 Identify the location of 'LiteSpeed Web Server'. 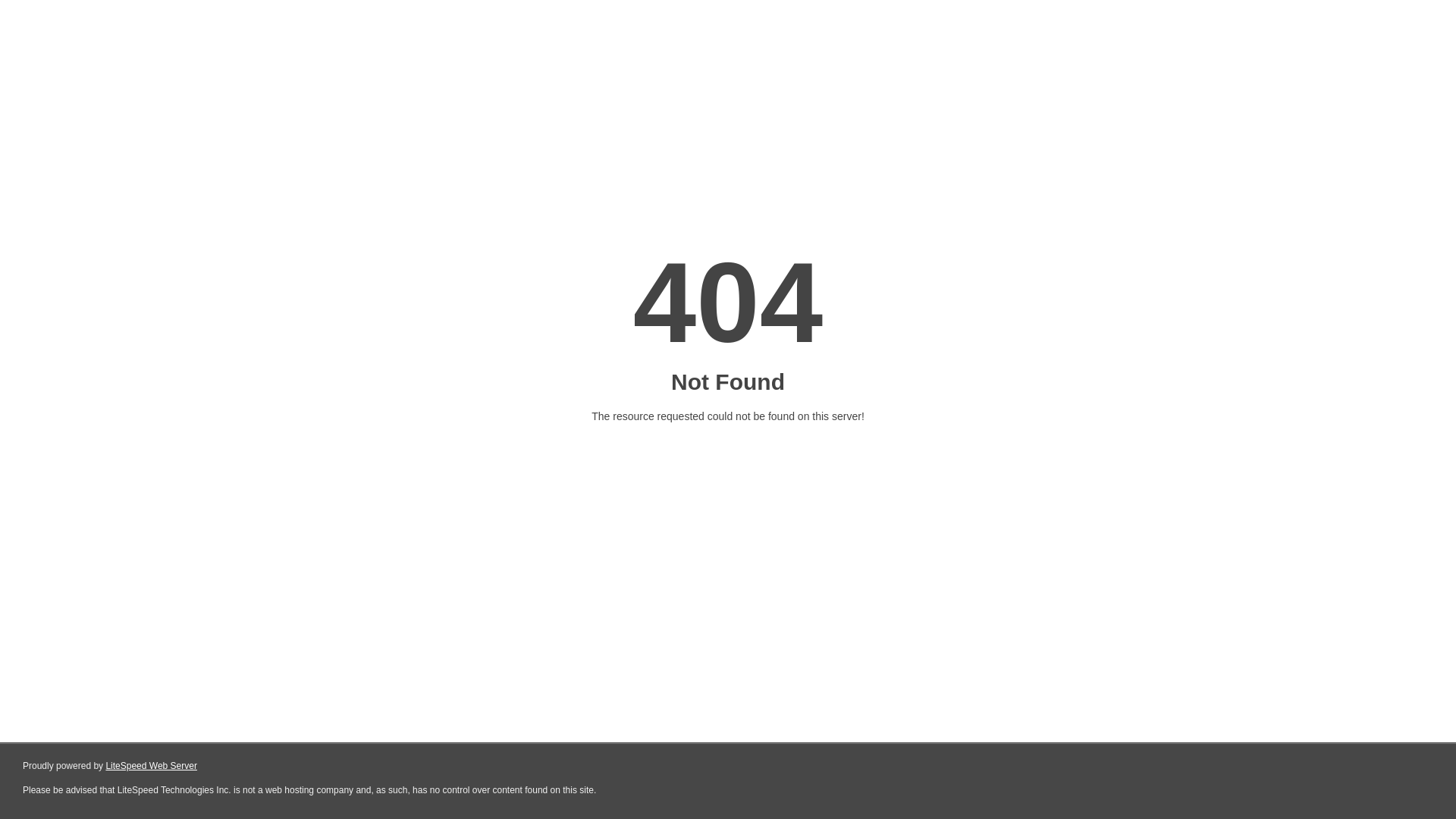
(151, 766).